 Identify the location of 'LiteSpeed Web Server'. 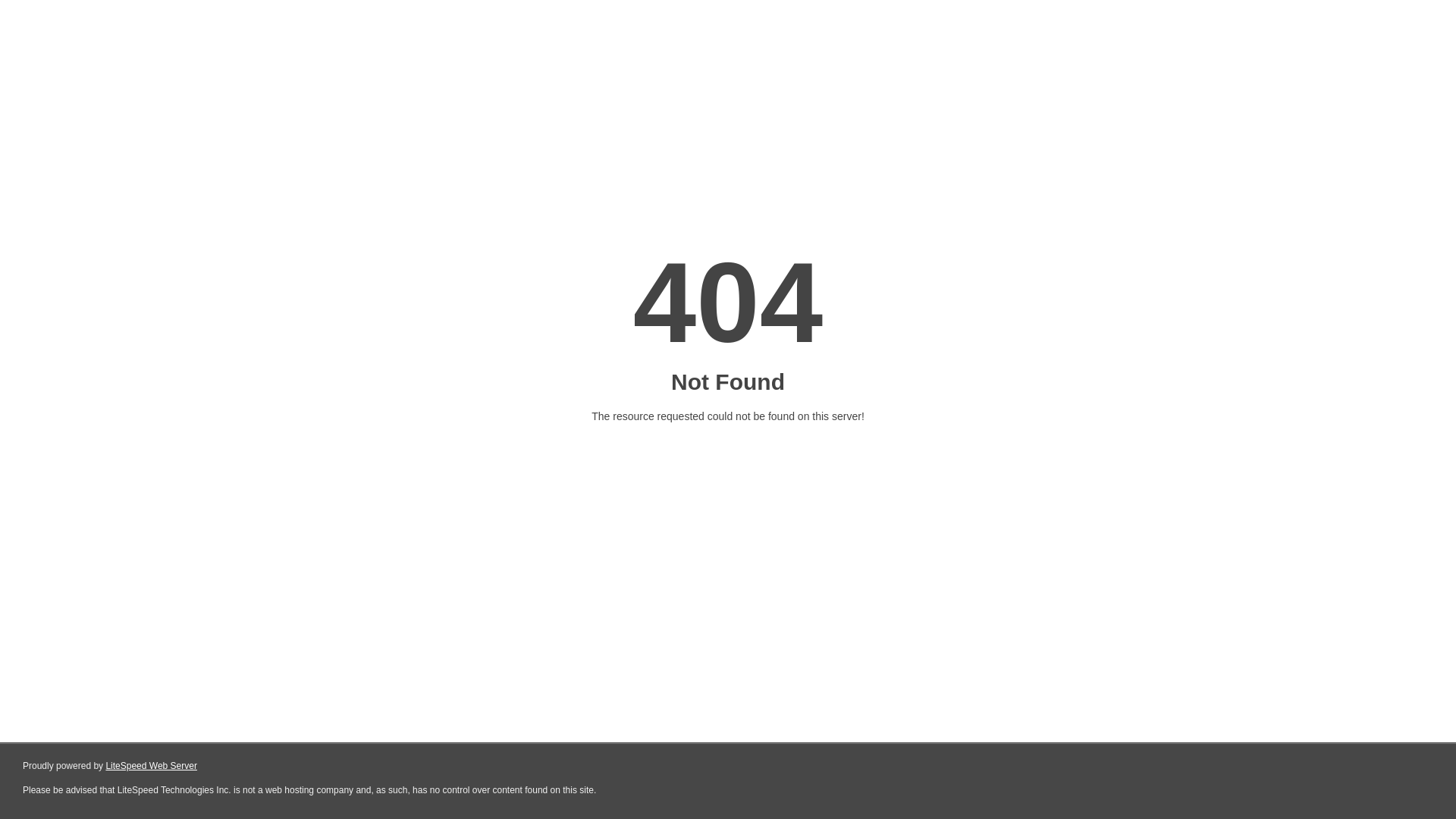
(151, 766).